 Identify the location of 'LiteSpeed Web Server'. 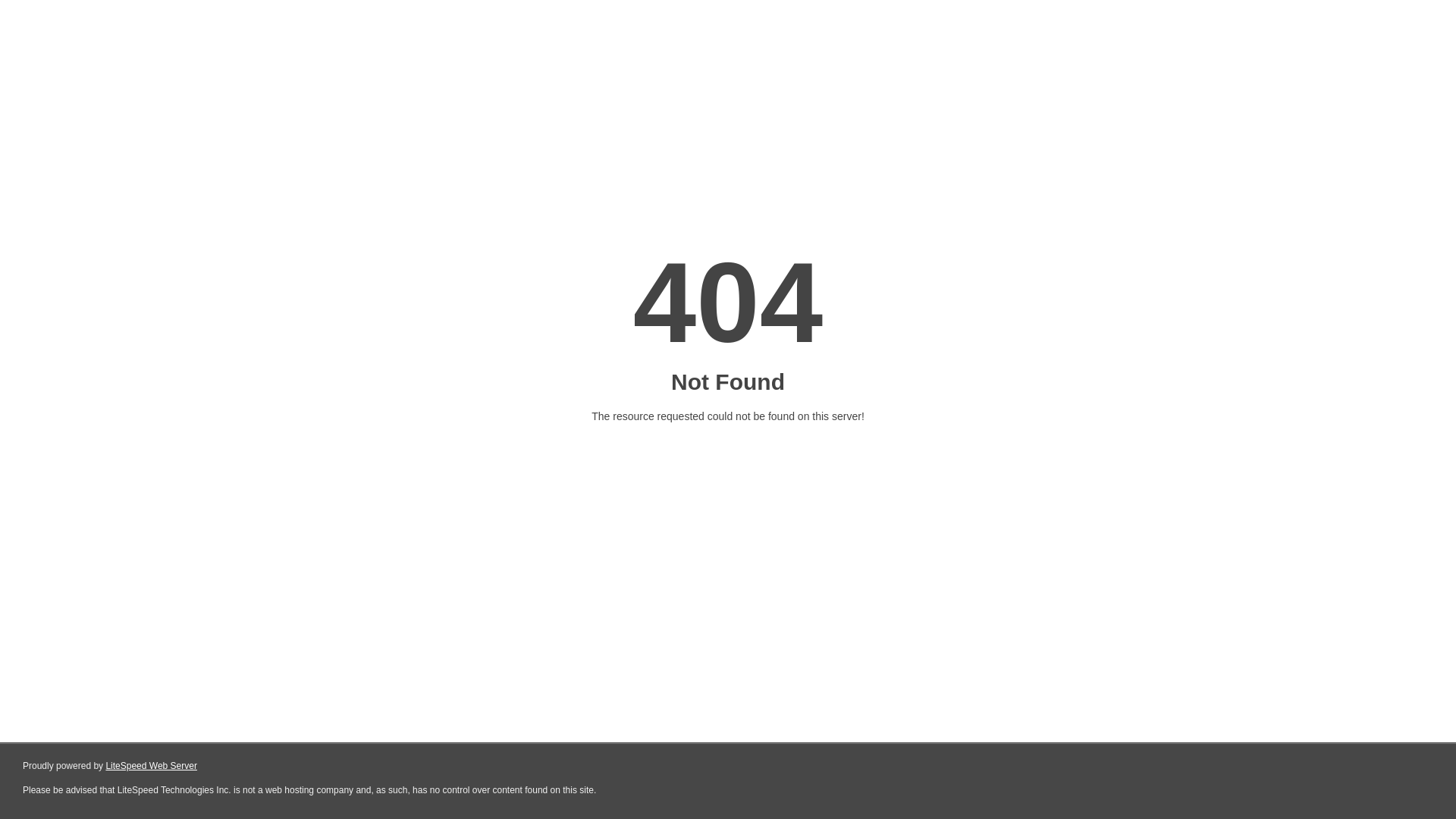
(151, 766).